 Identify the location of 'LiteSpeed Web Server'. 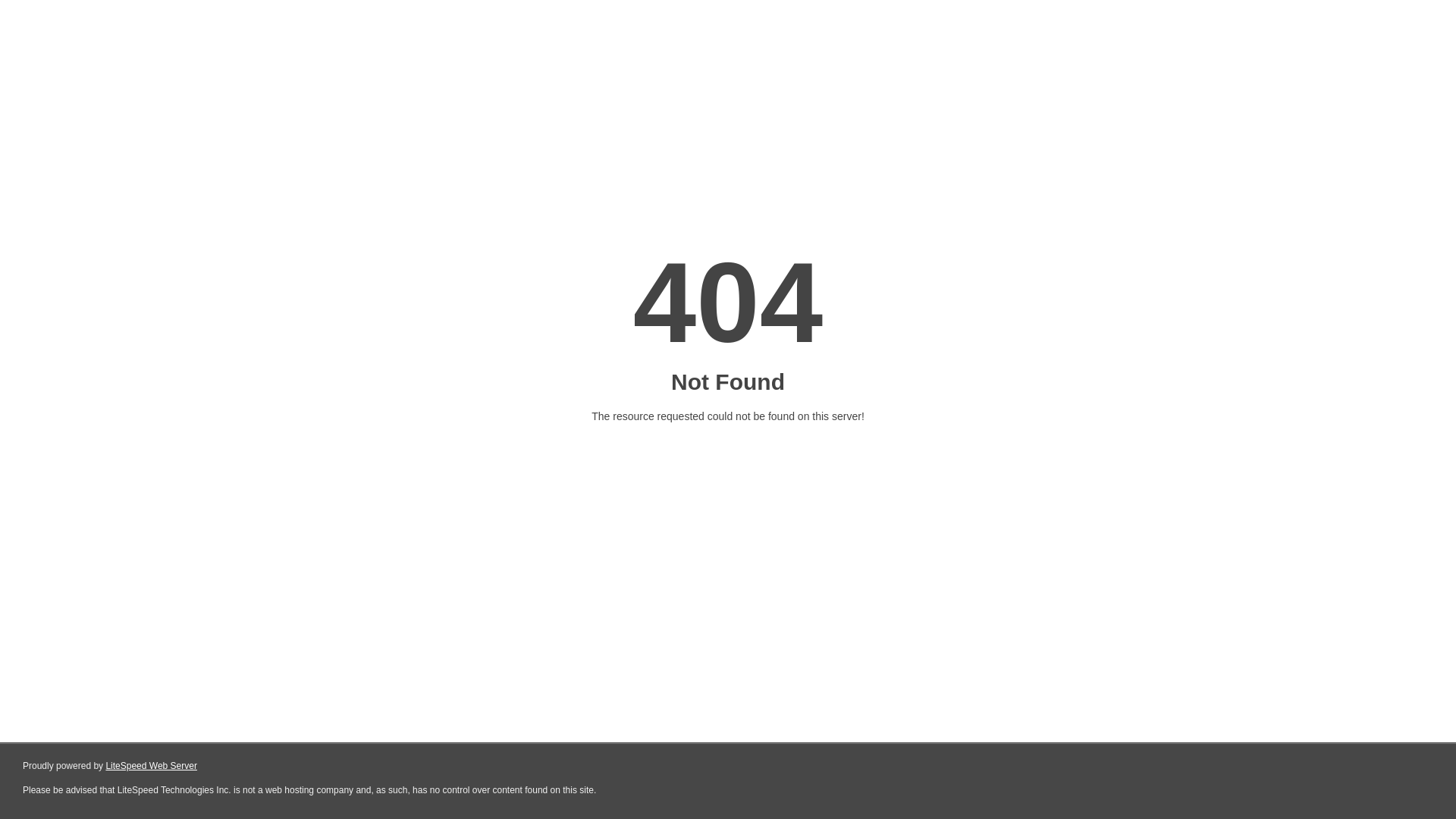
(151, 766).